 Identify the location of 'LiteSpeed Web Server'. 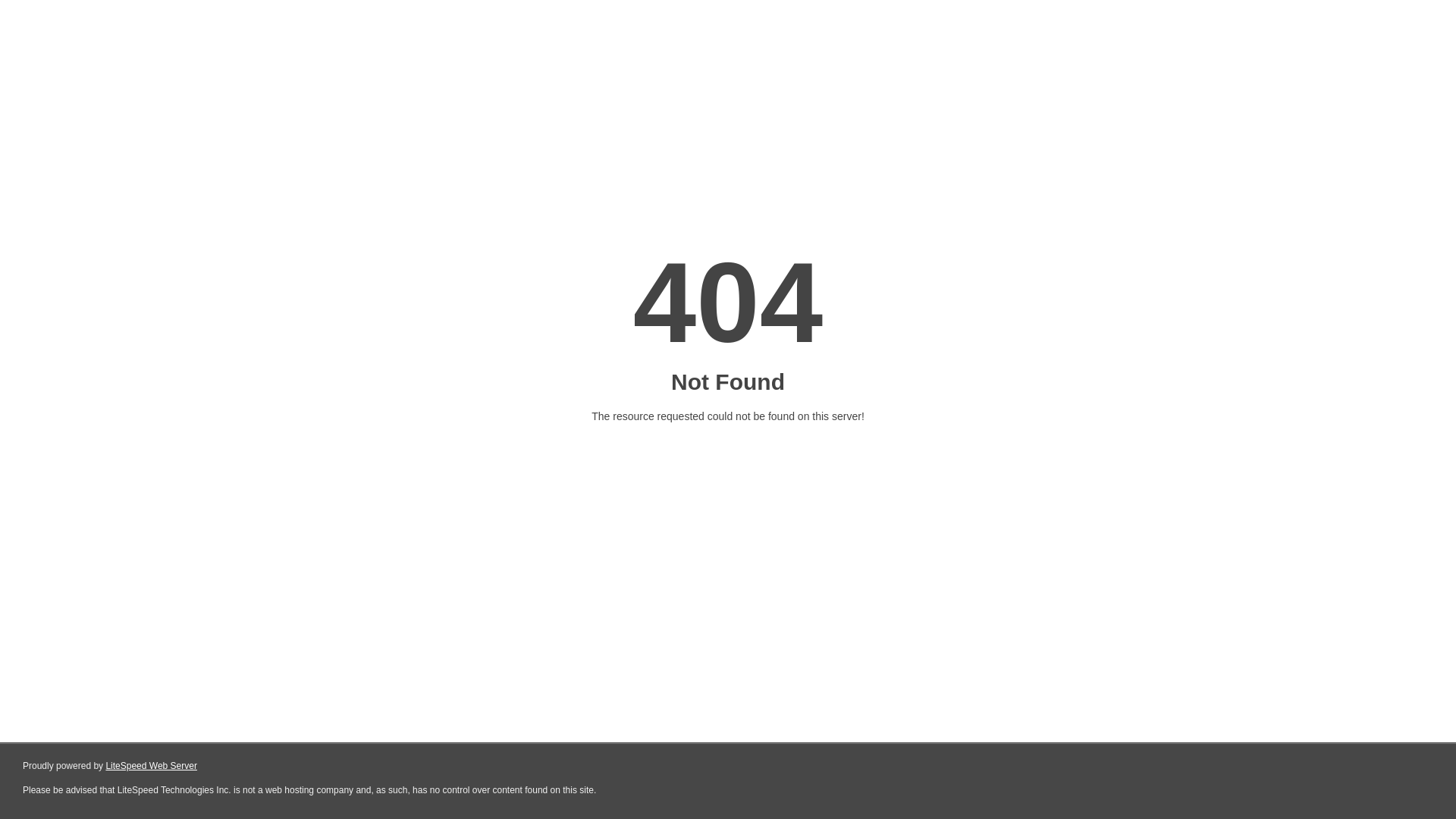
(151, 766).